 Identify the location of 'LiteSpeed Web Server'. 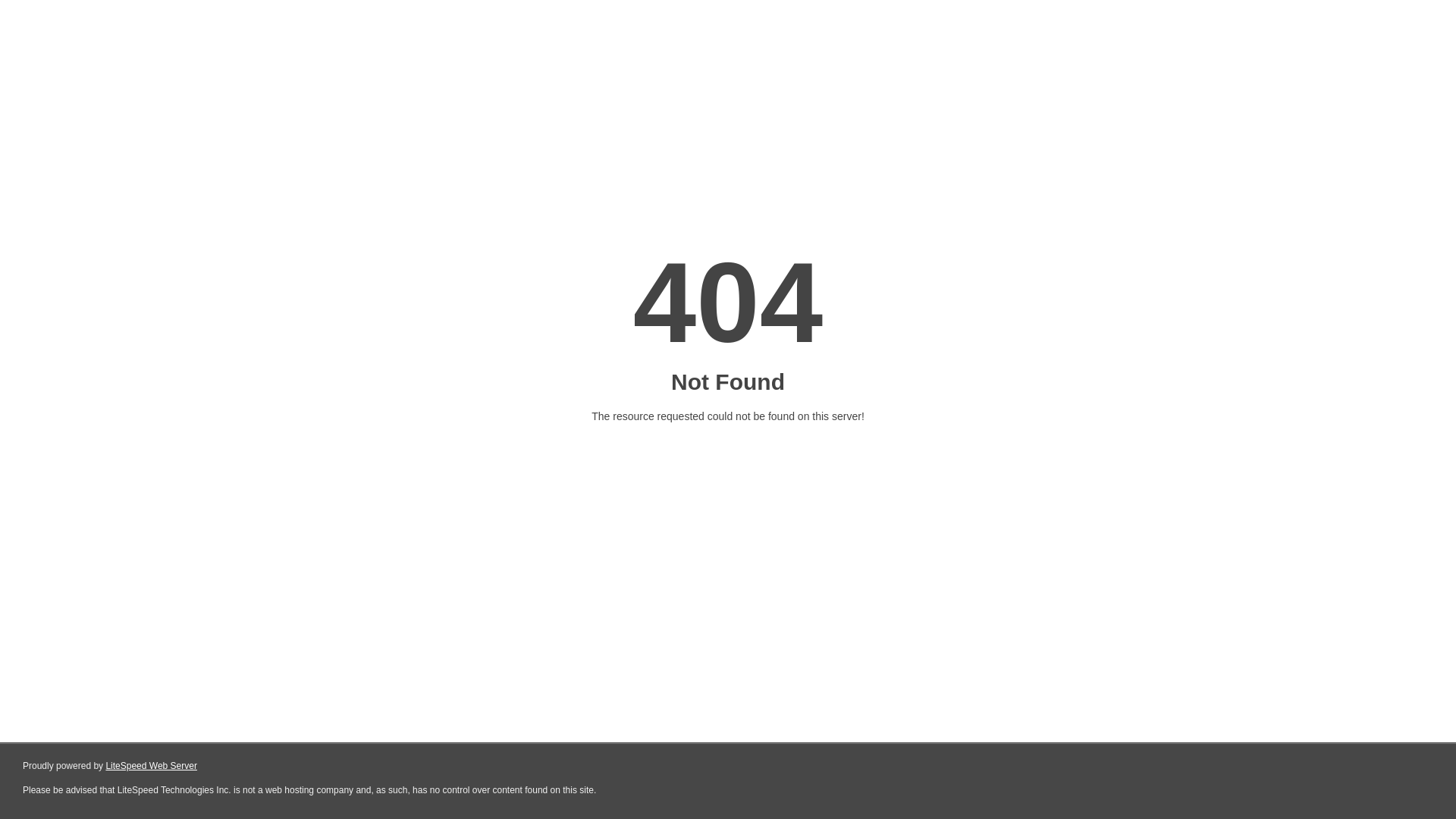
(151, 766).